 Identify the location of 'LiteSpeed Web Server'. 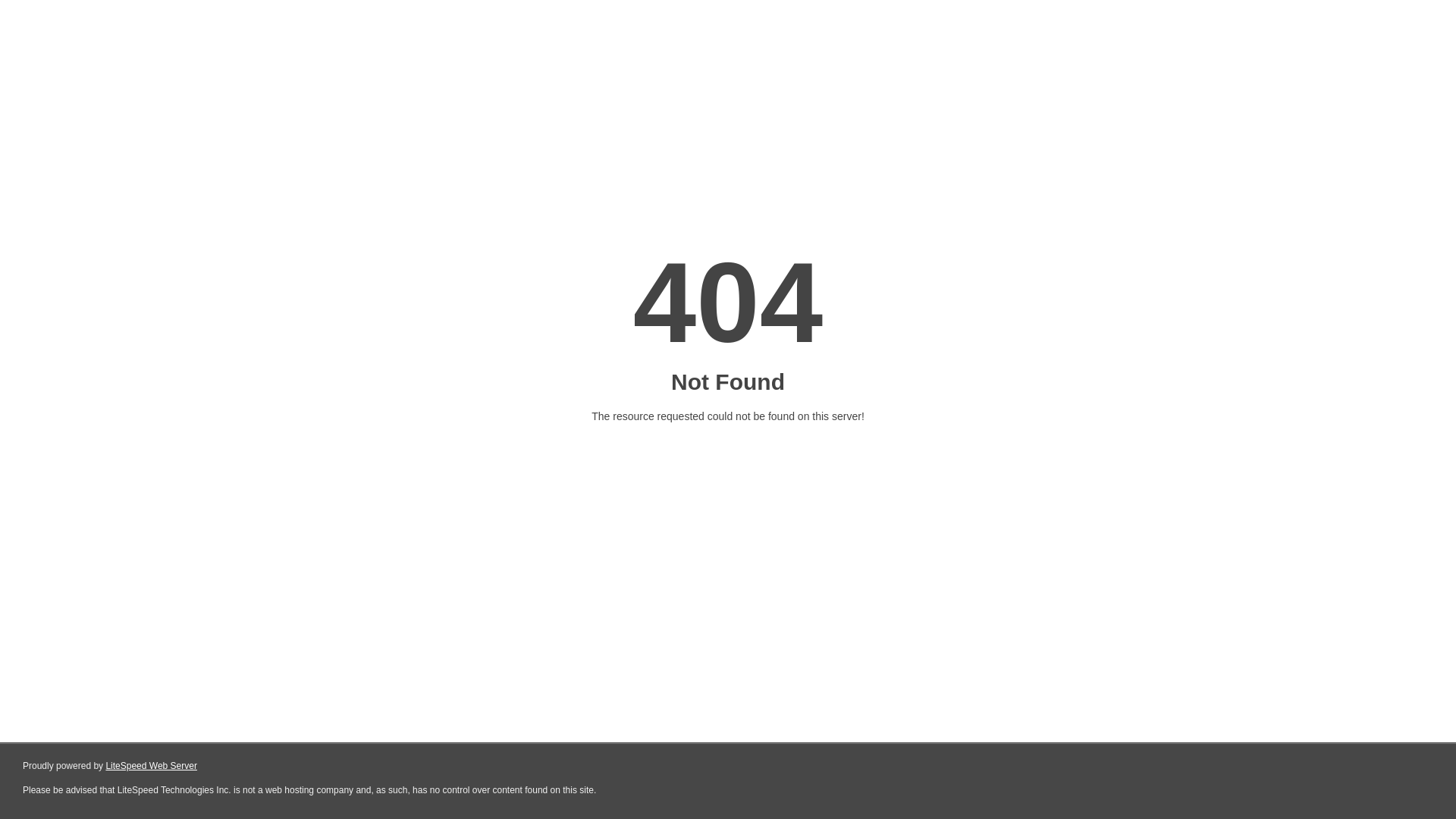
(151, 766).